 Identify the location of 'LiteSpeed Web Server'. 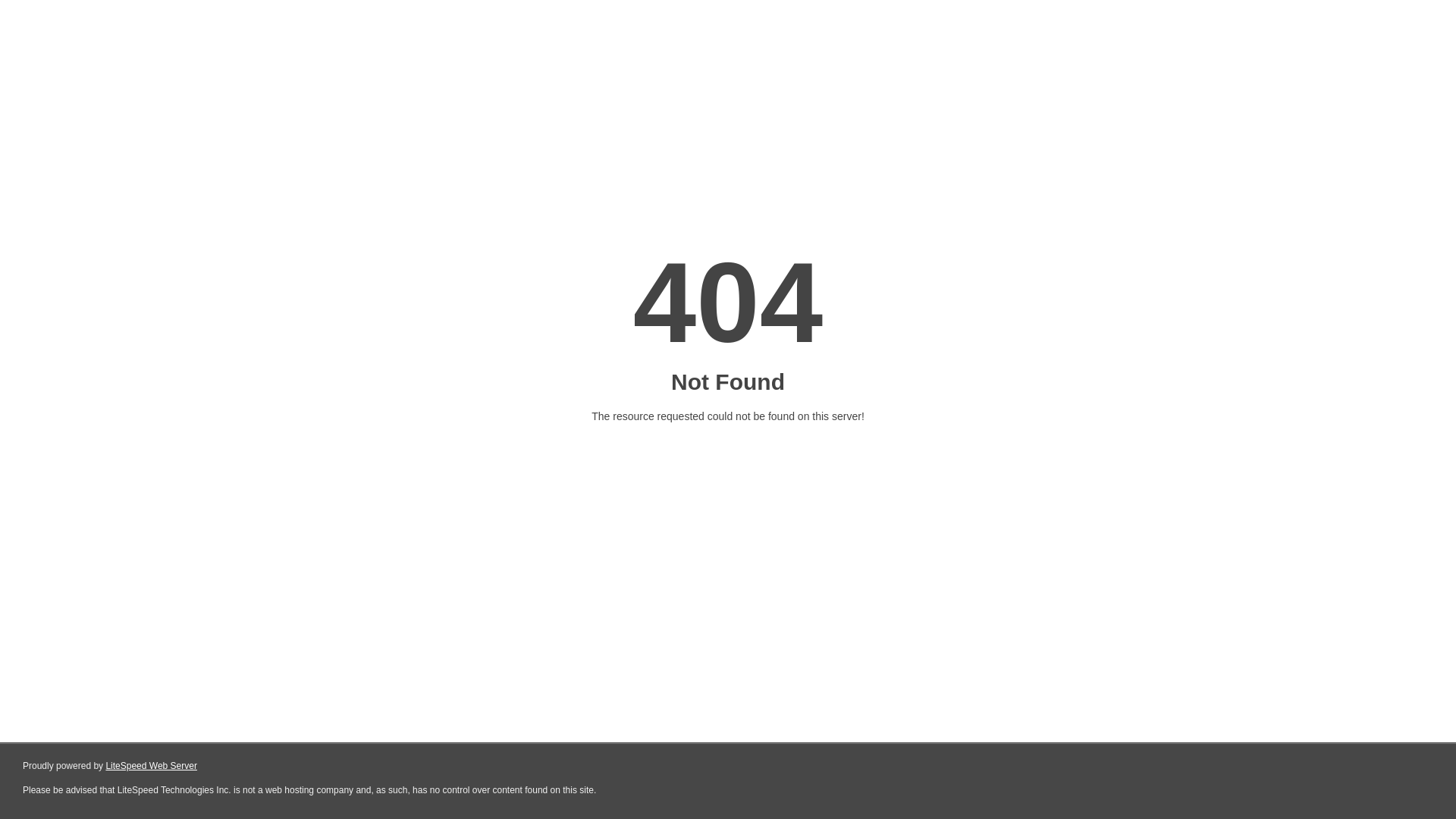
(151, 766).